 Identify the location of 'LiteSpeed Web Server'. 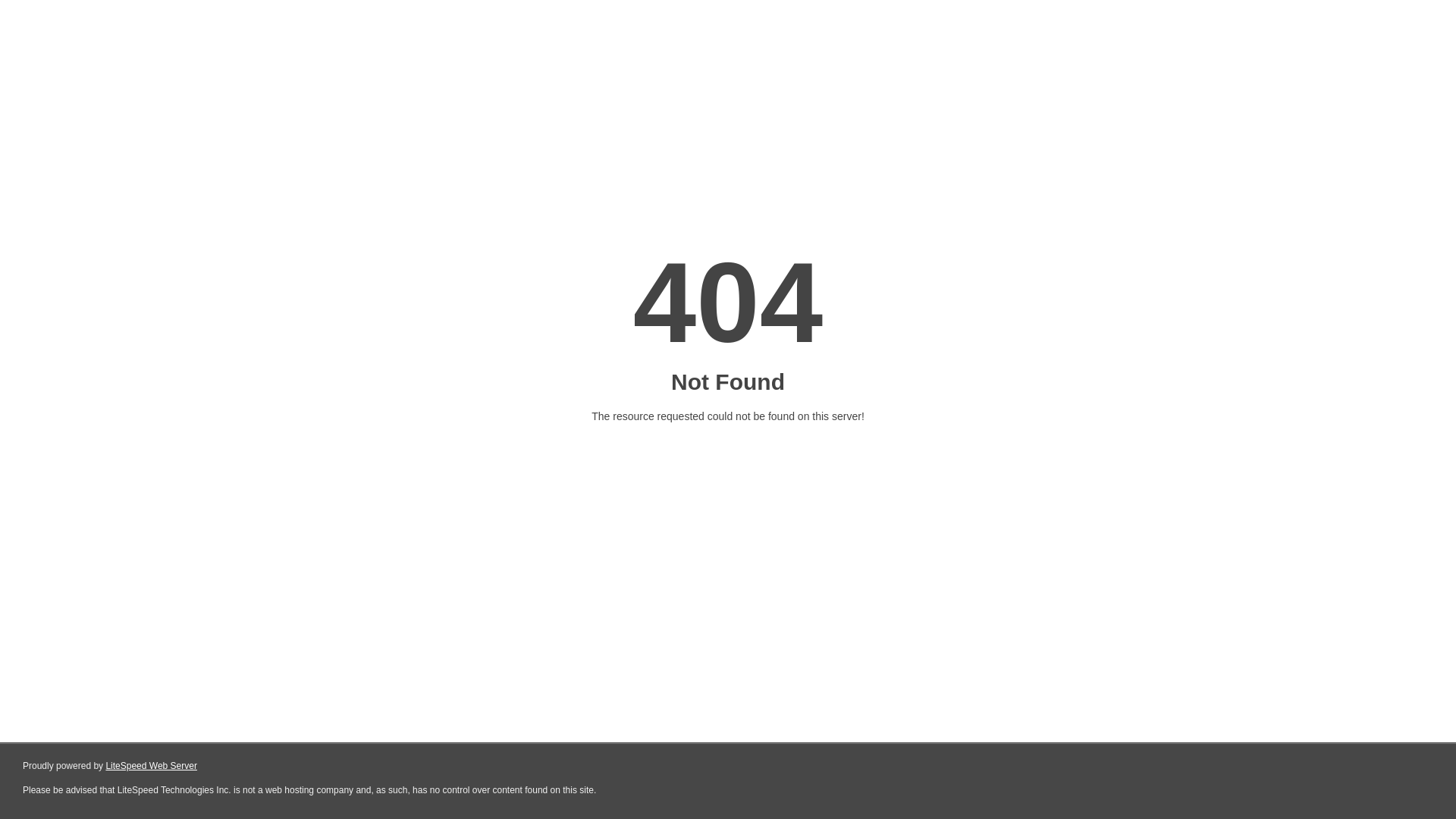
(151, 766).